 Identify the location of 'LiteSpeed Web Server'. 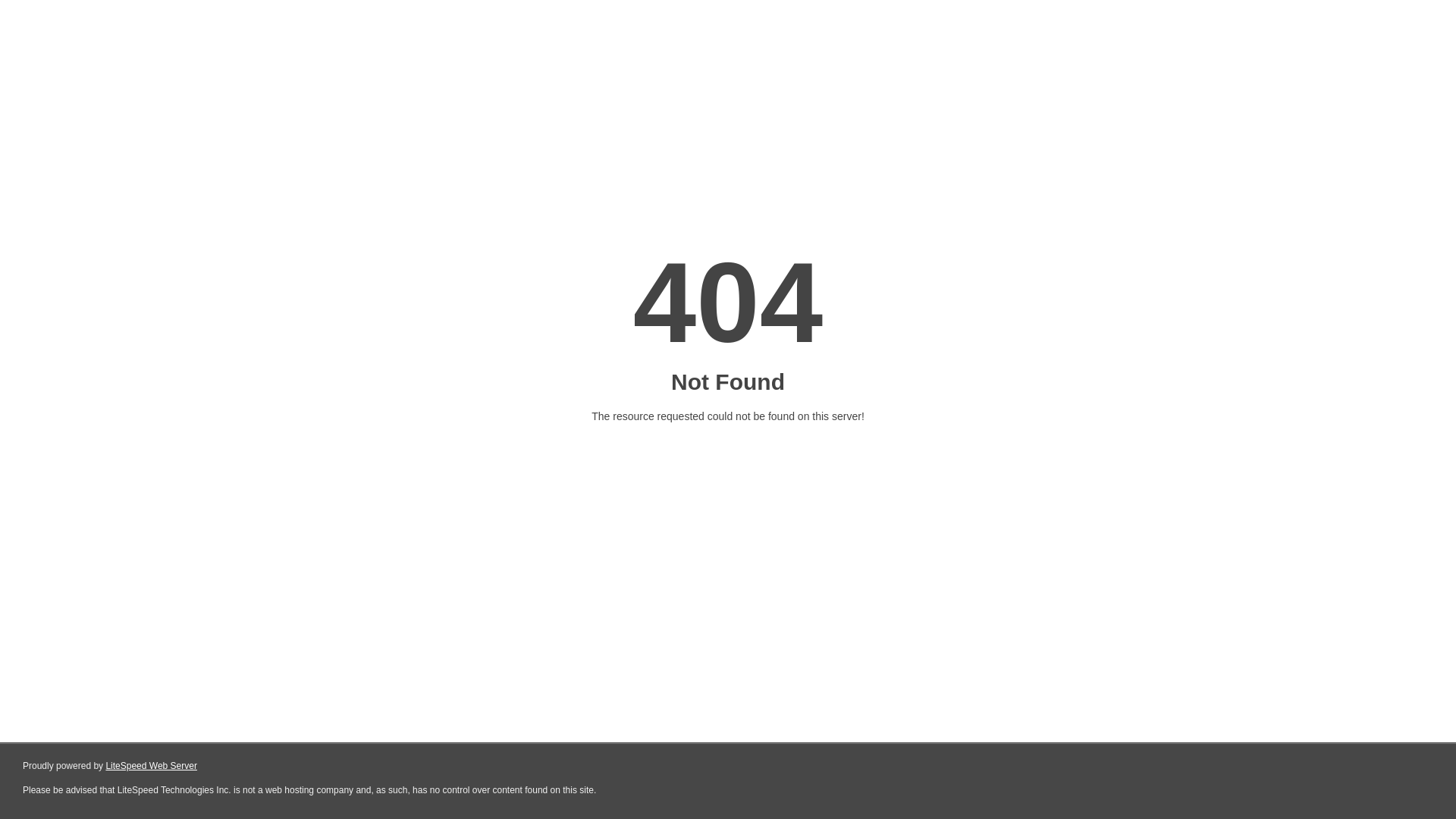
(151, 766).